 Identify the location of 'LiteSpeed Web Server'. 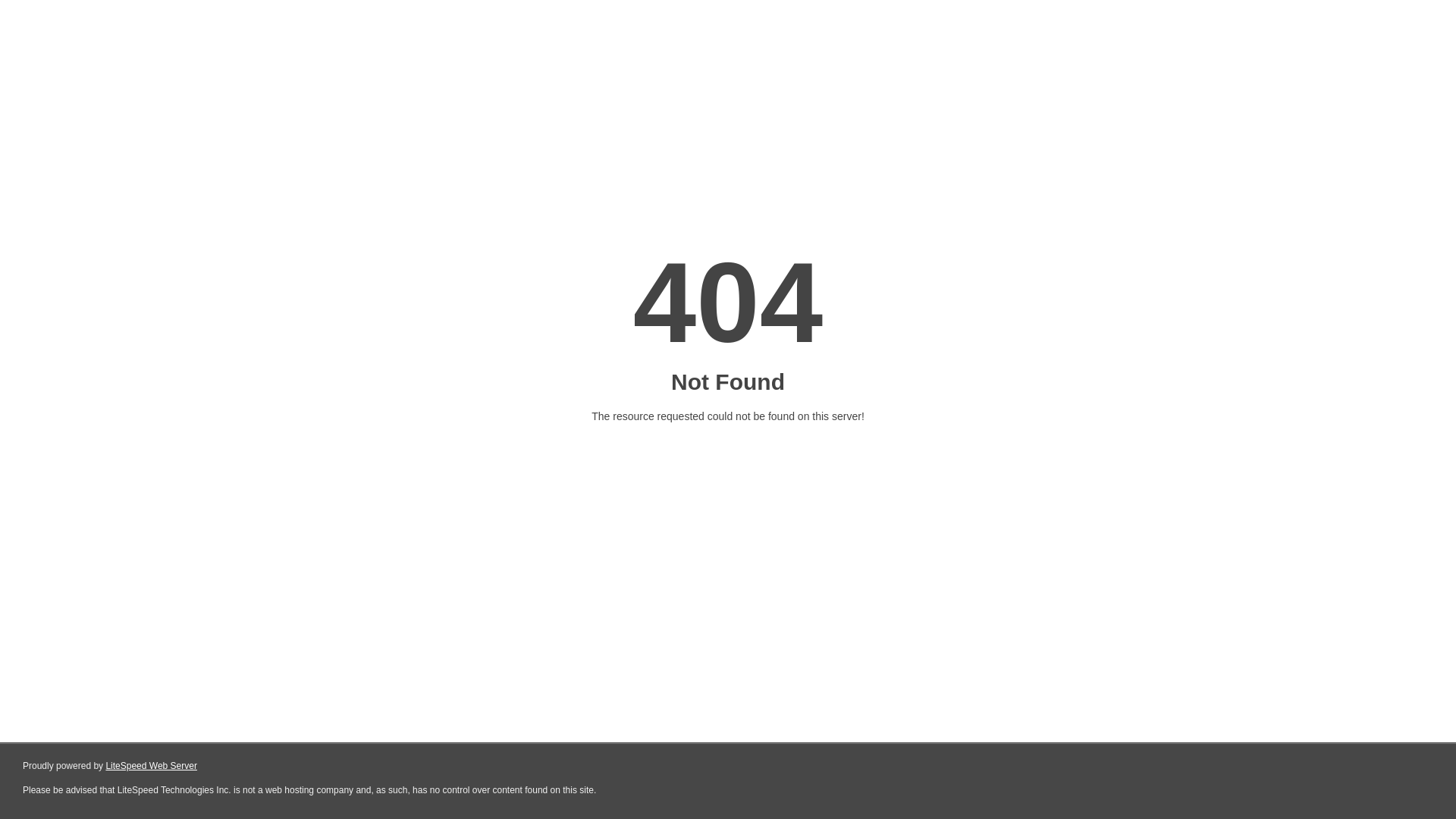
(151, 766).